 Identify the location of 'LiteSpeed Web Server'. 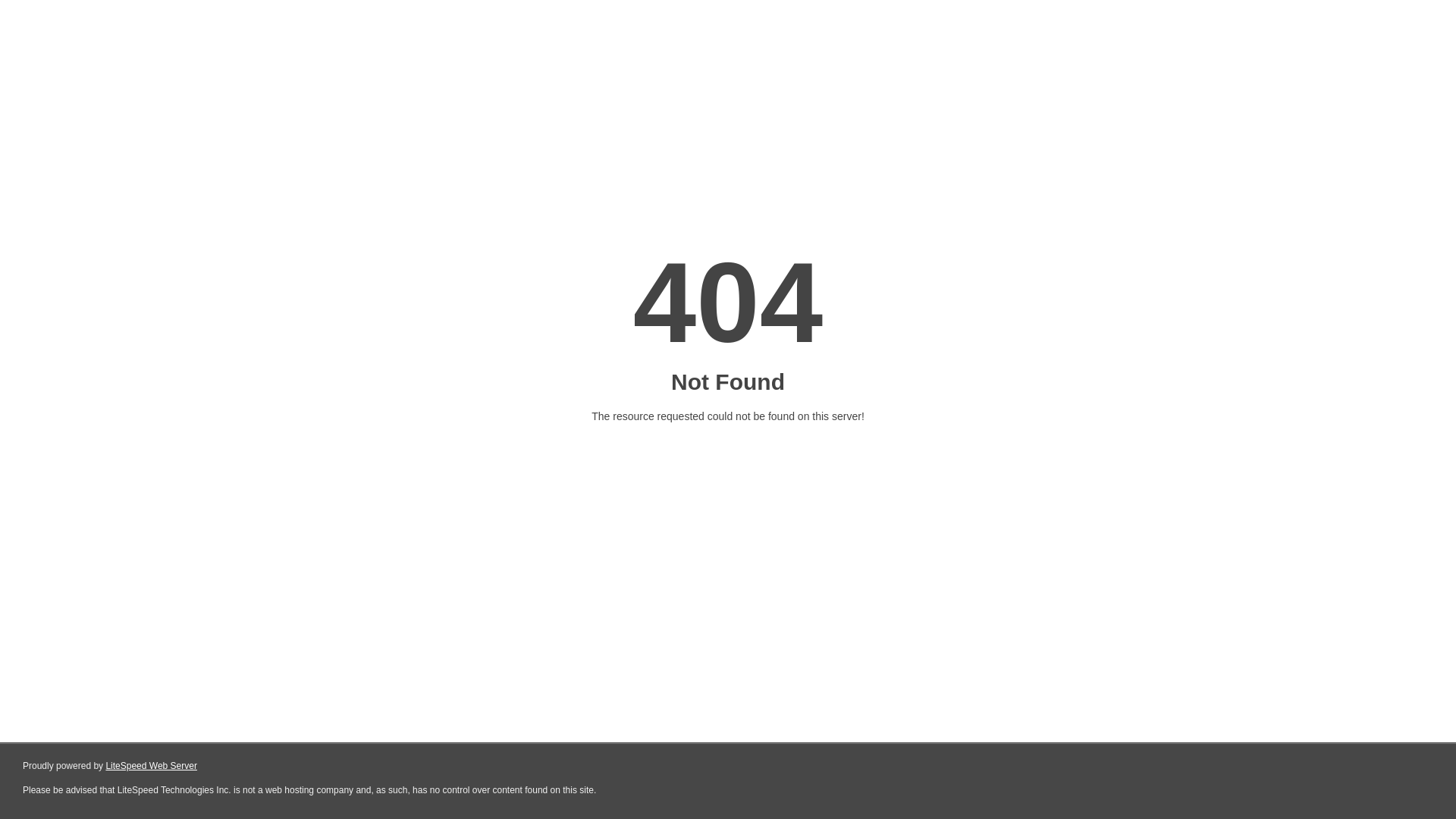
(151, 766).